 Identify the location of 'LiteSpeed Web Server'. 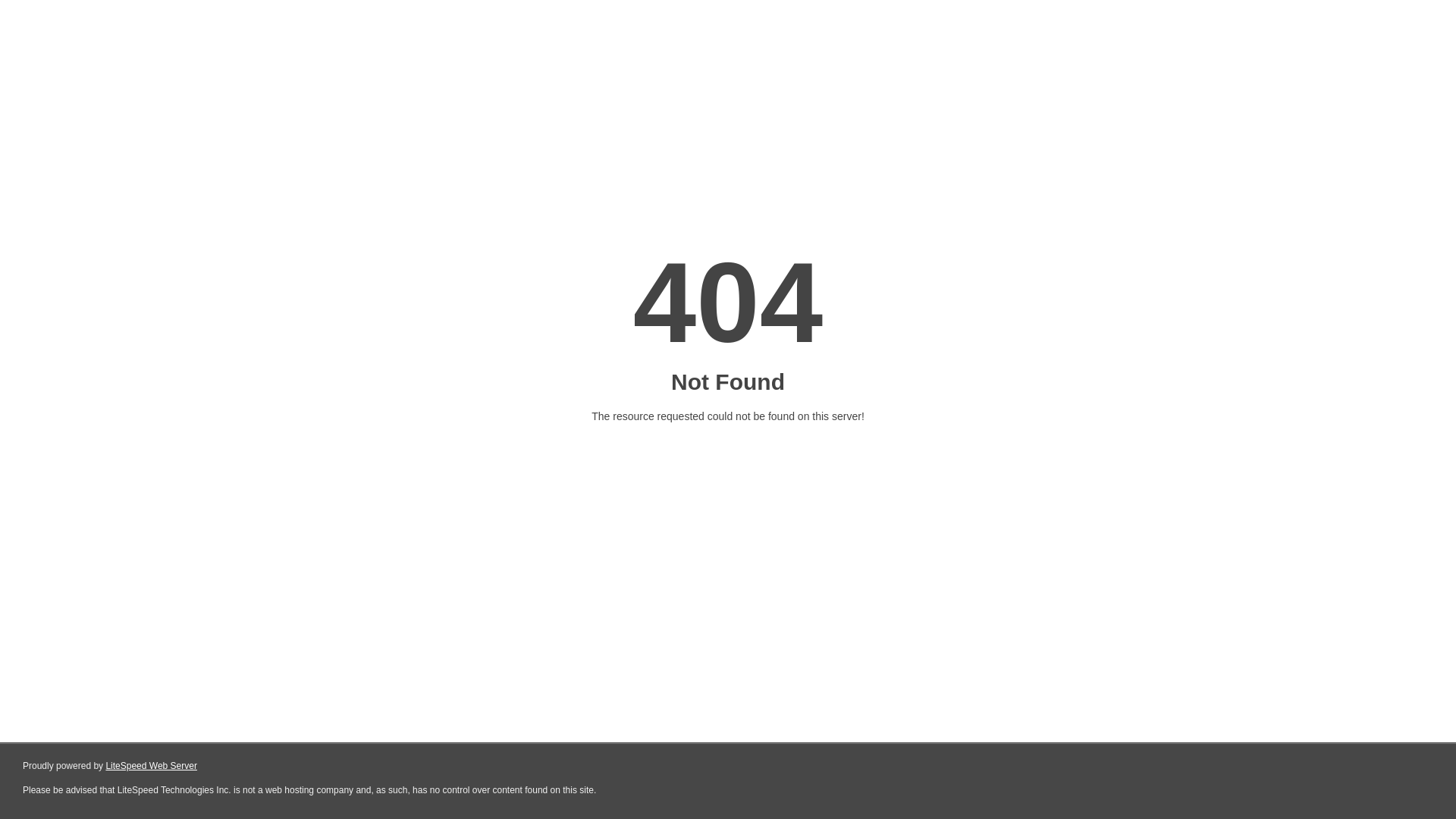
(151, 766).